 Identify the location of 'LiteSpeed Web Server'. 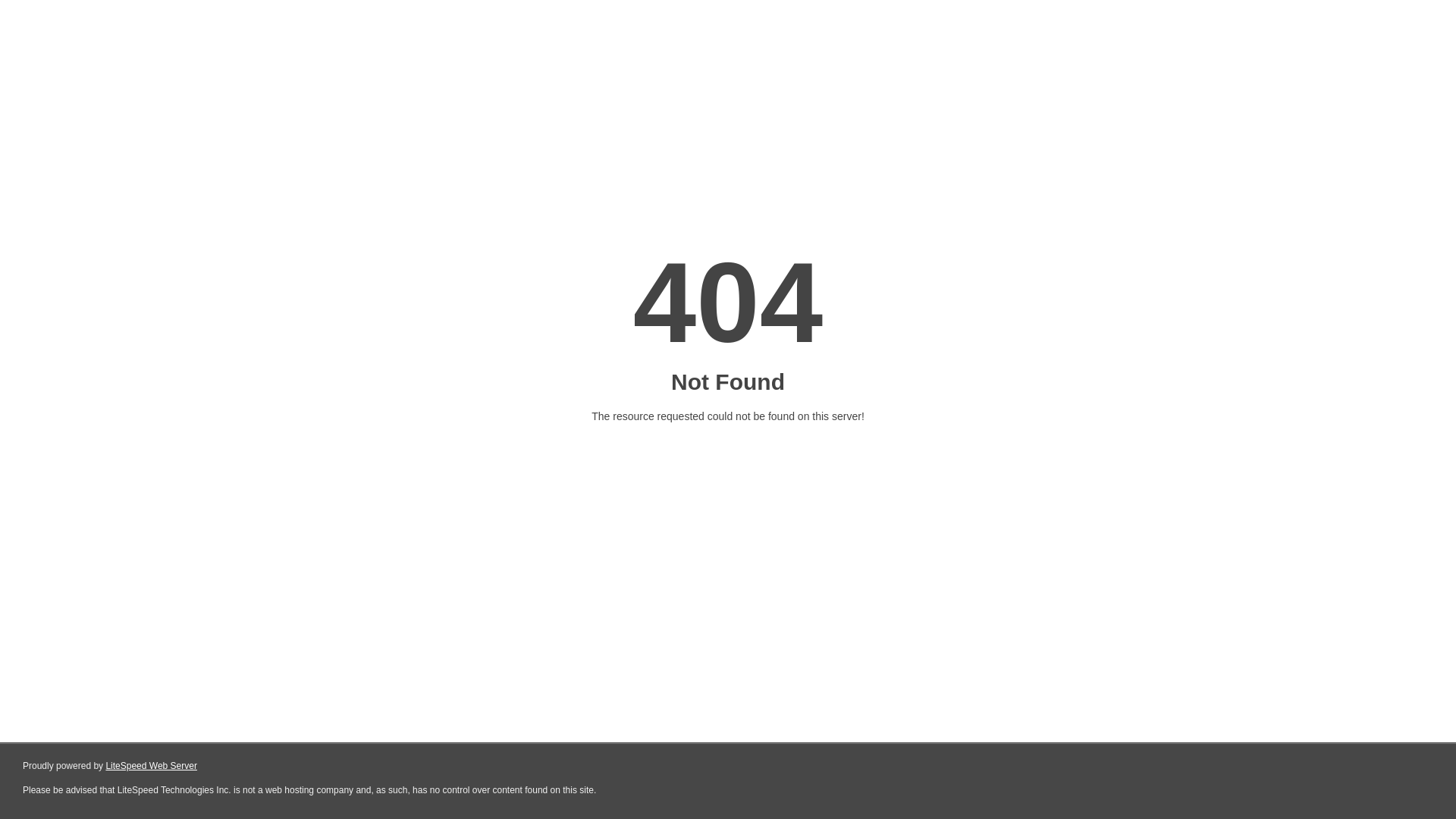
(151, 766).